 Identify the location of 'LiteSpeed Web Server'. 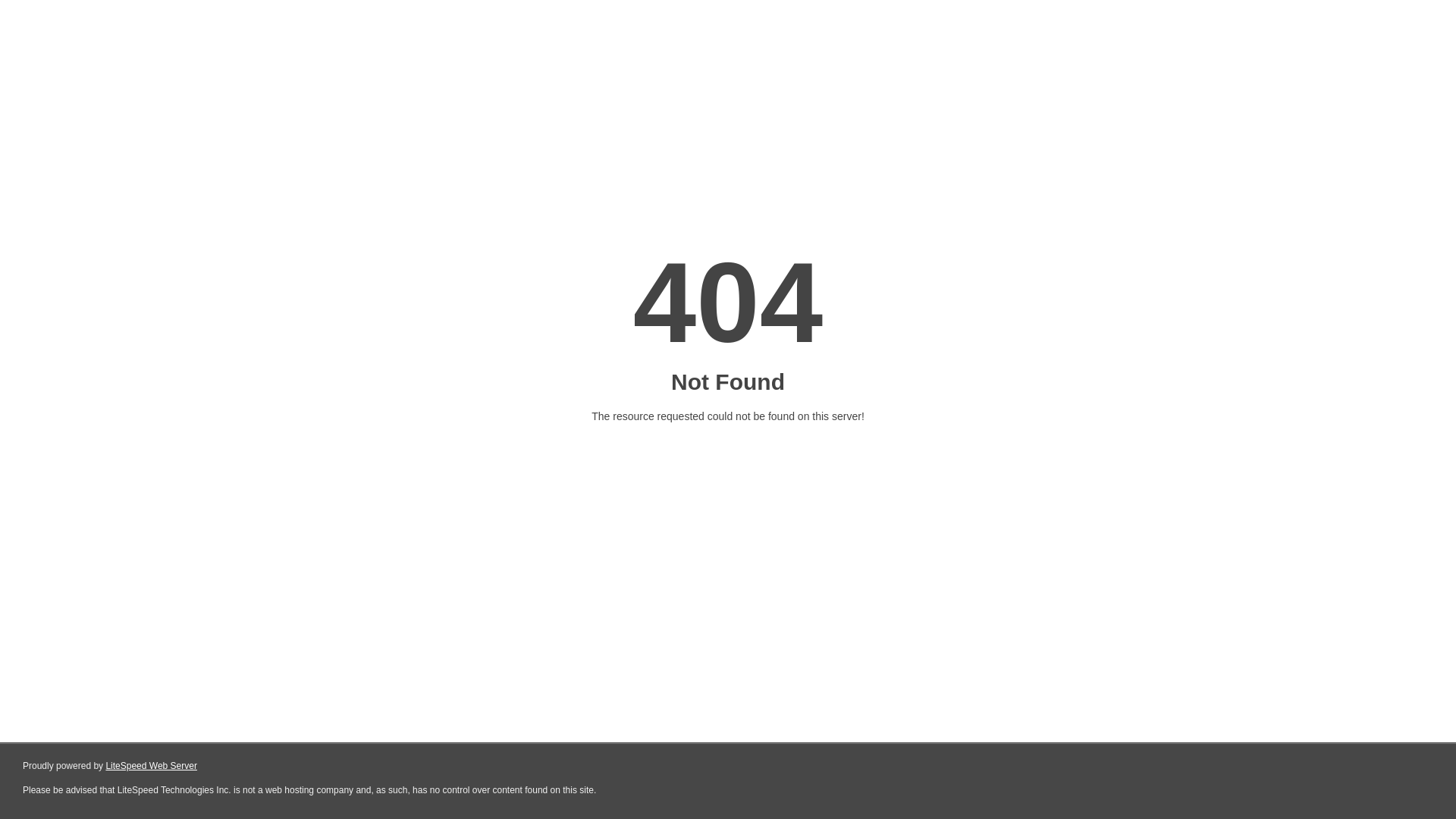
(151, 766).